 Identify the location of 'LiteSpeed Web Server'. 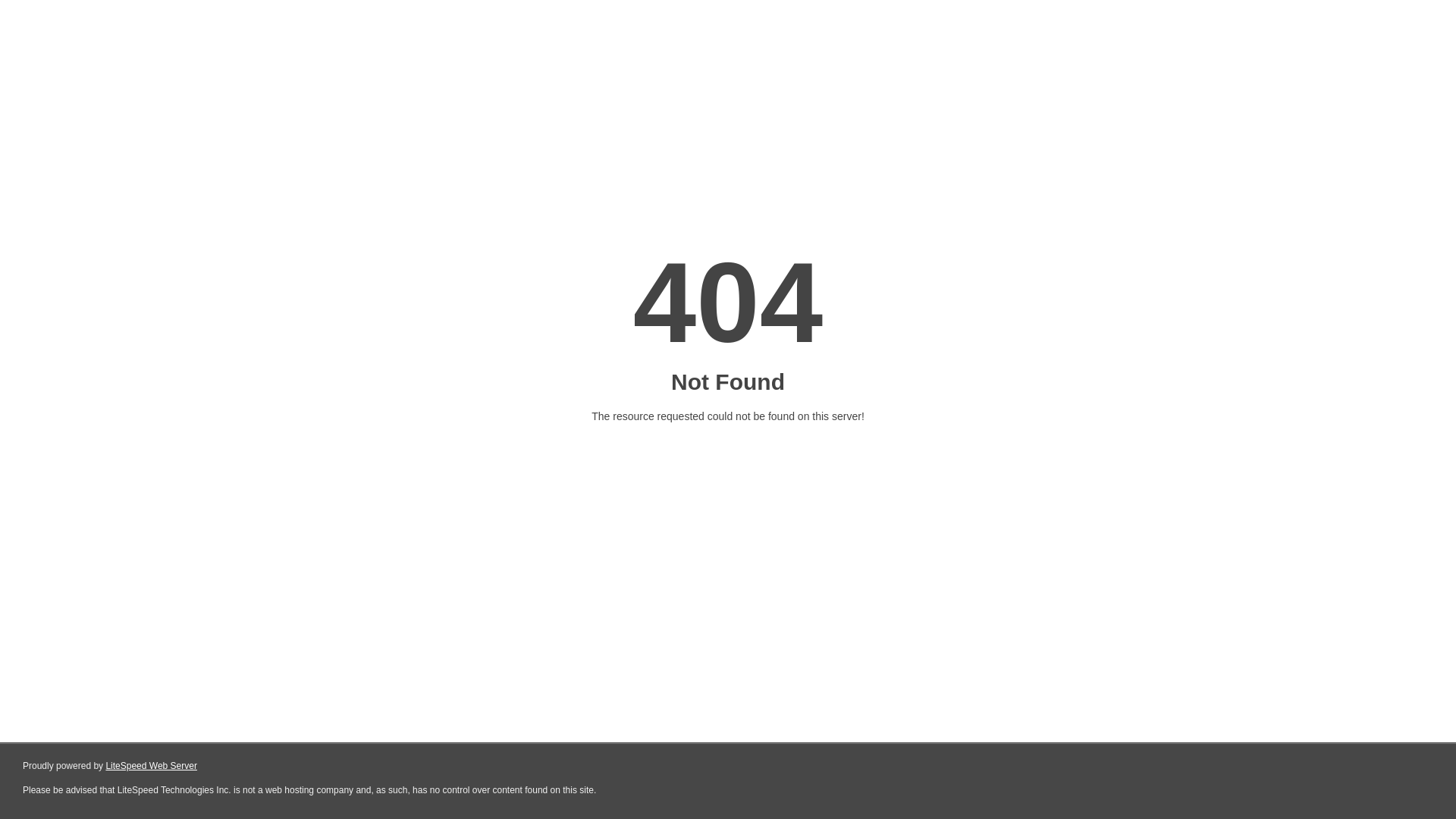
(151, 766).